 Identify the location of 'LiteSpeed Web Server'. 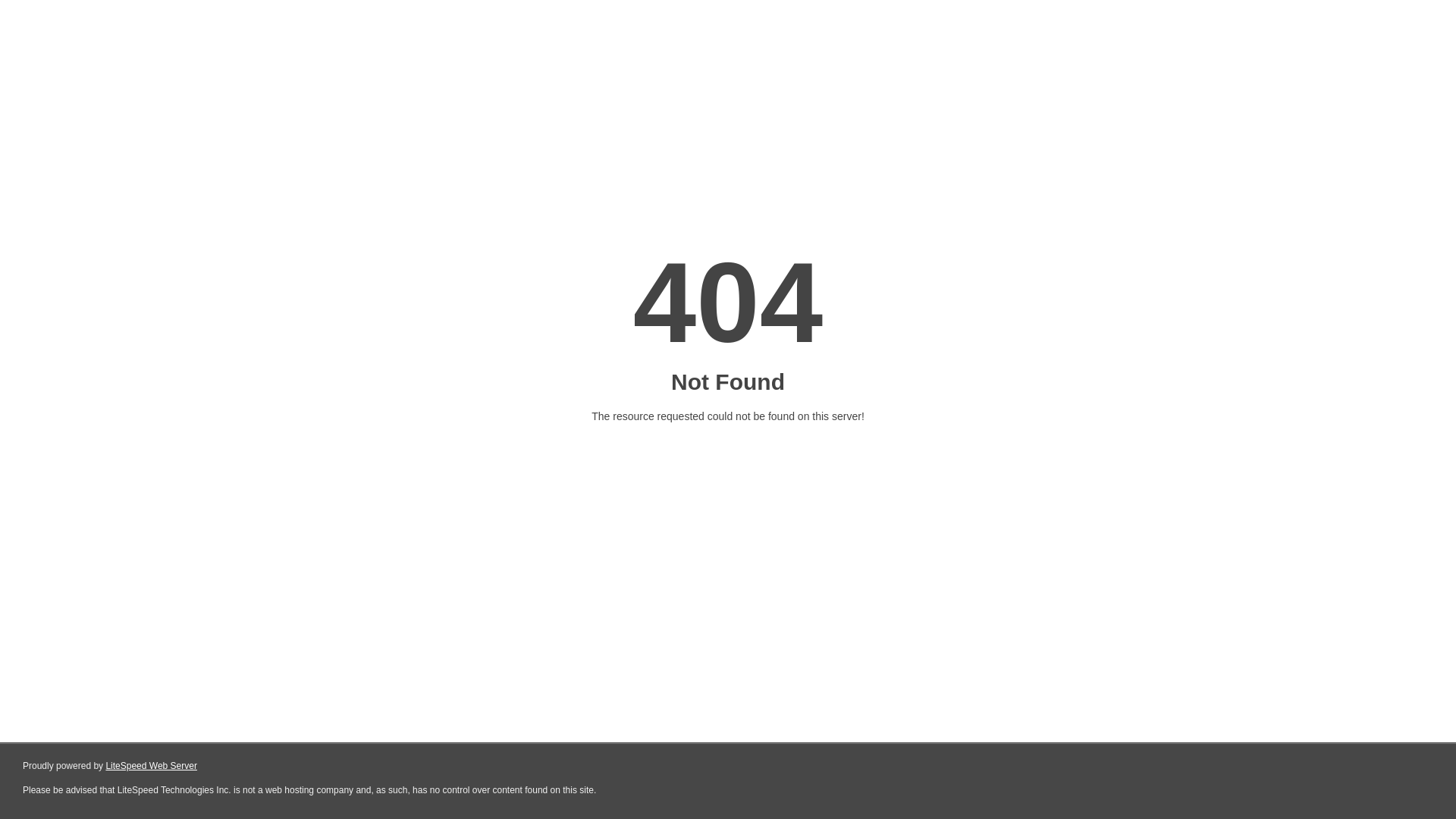
(151, 766).